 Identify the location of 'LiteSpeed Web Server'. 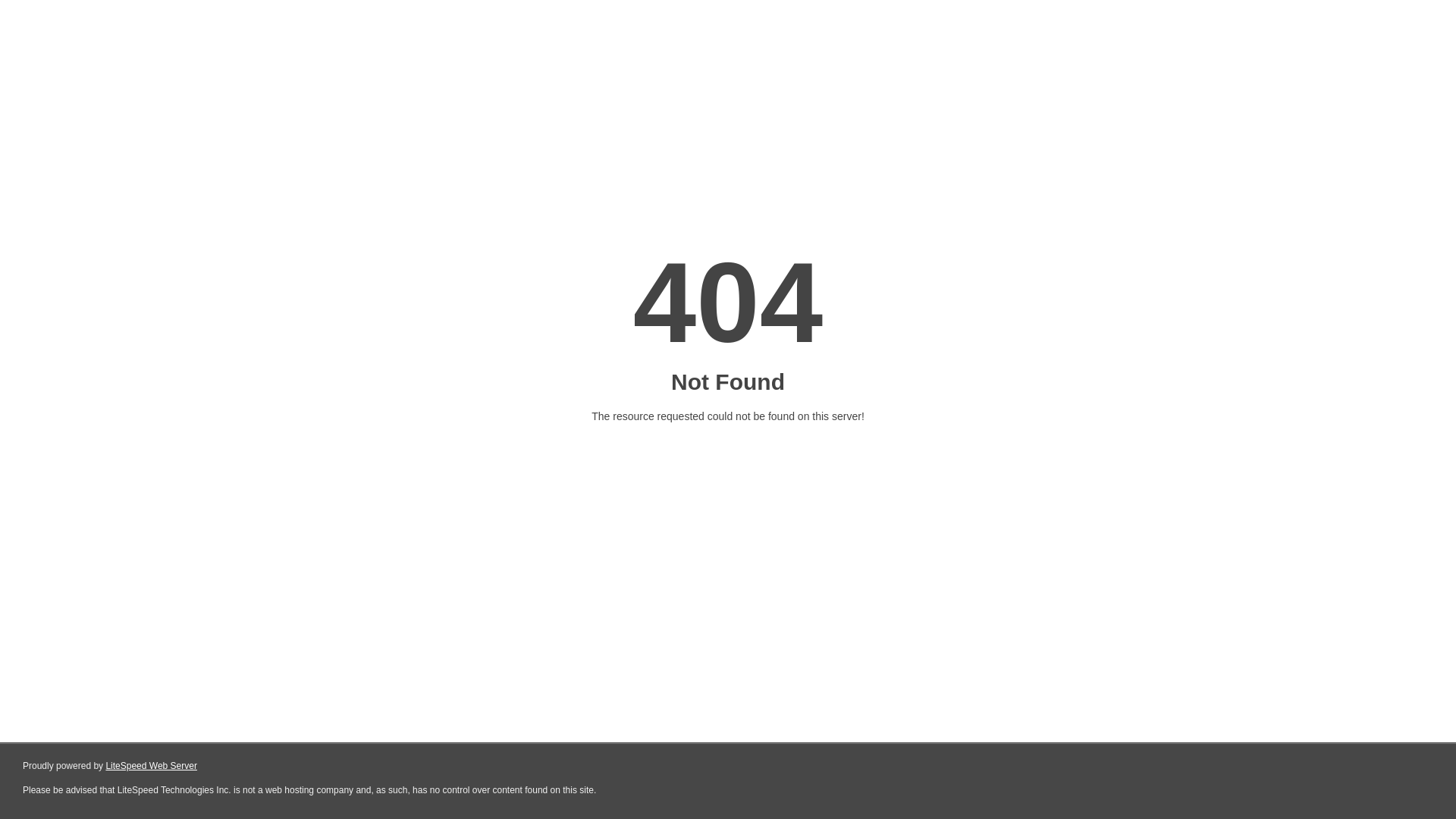
(151, 766).